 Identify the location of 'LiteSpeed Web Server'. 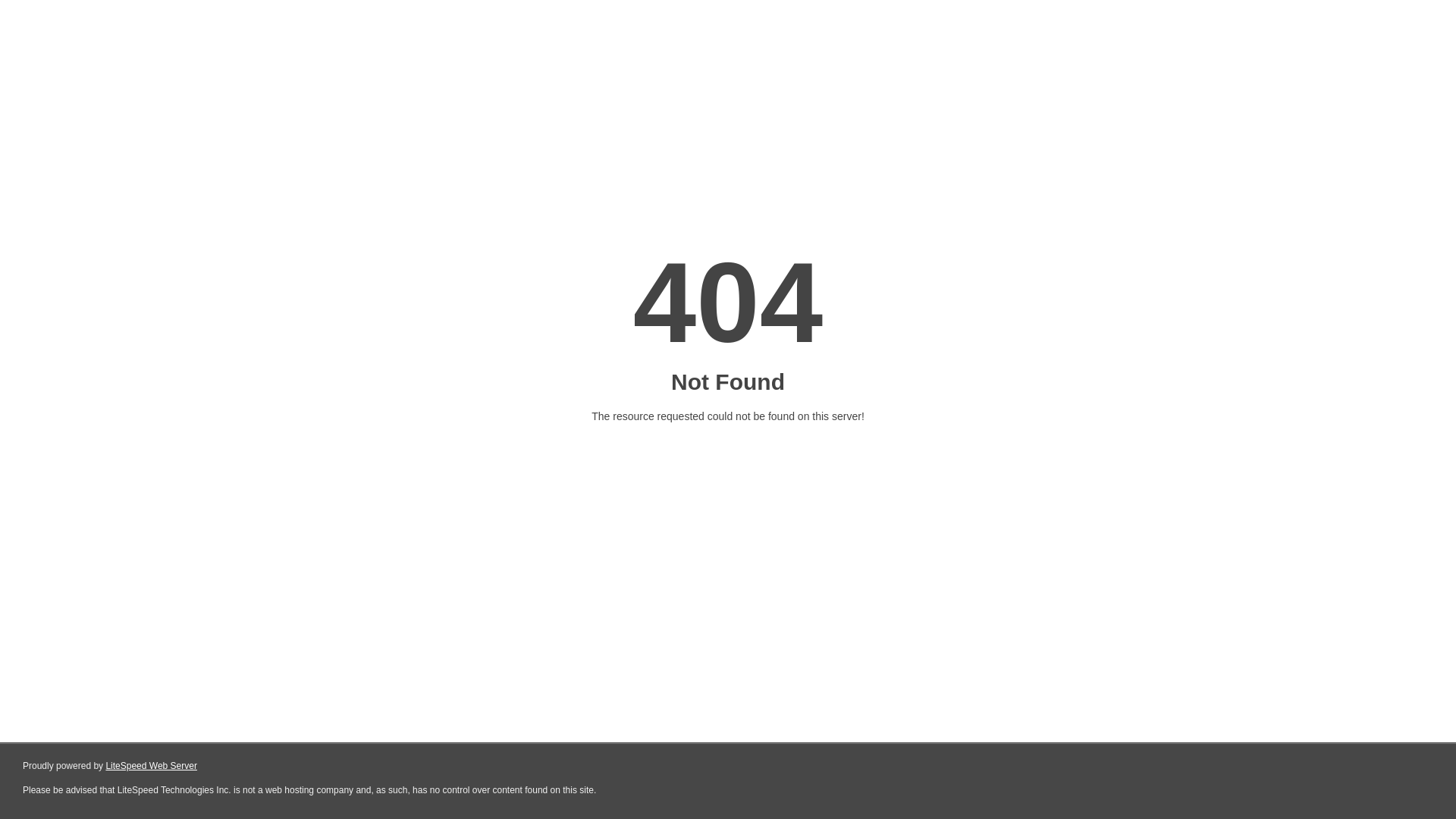
(151, 766).